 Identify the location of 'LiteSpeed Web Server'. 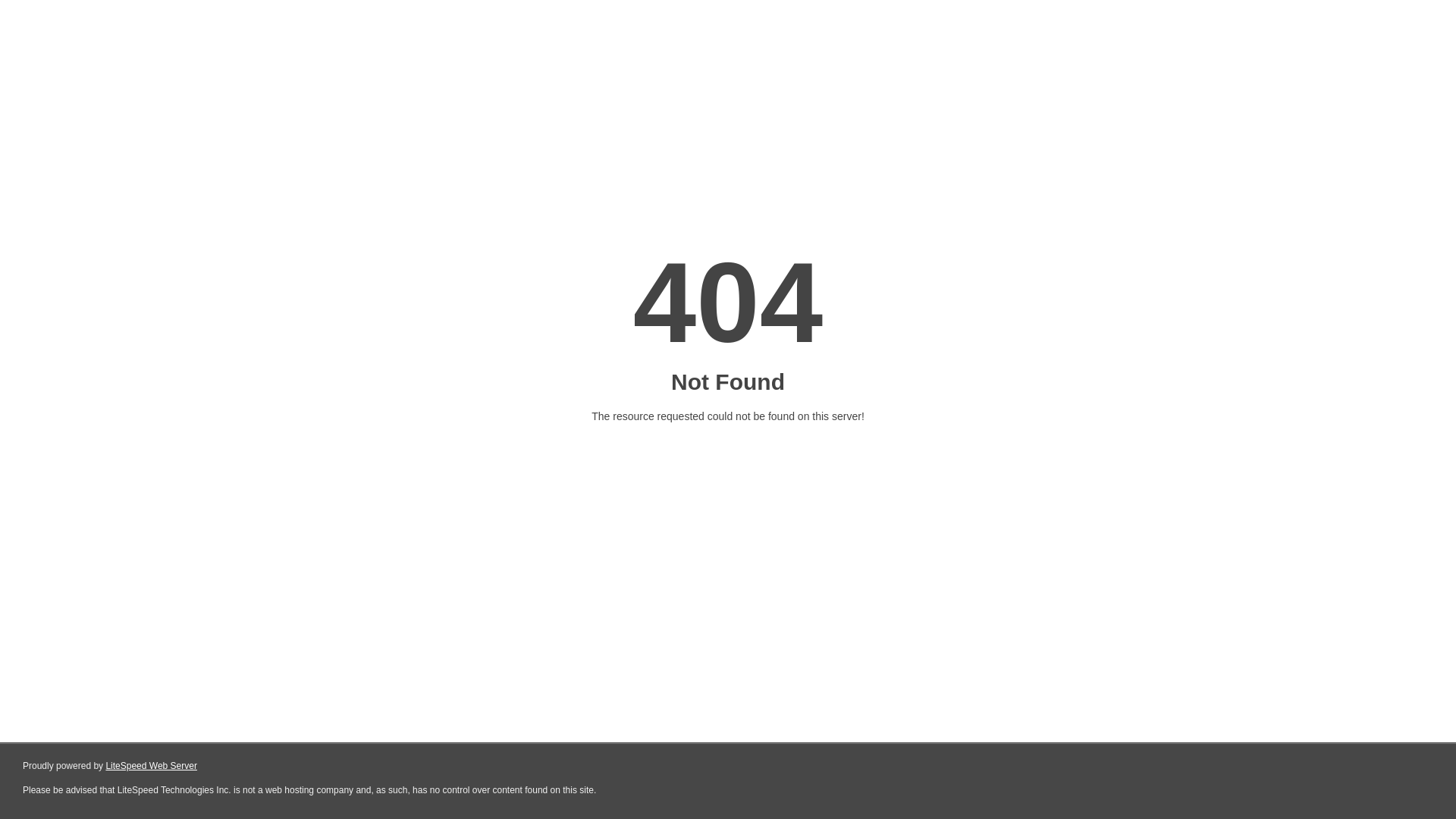
(151, 766).